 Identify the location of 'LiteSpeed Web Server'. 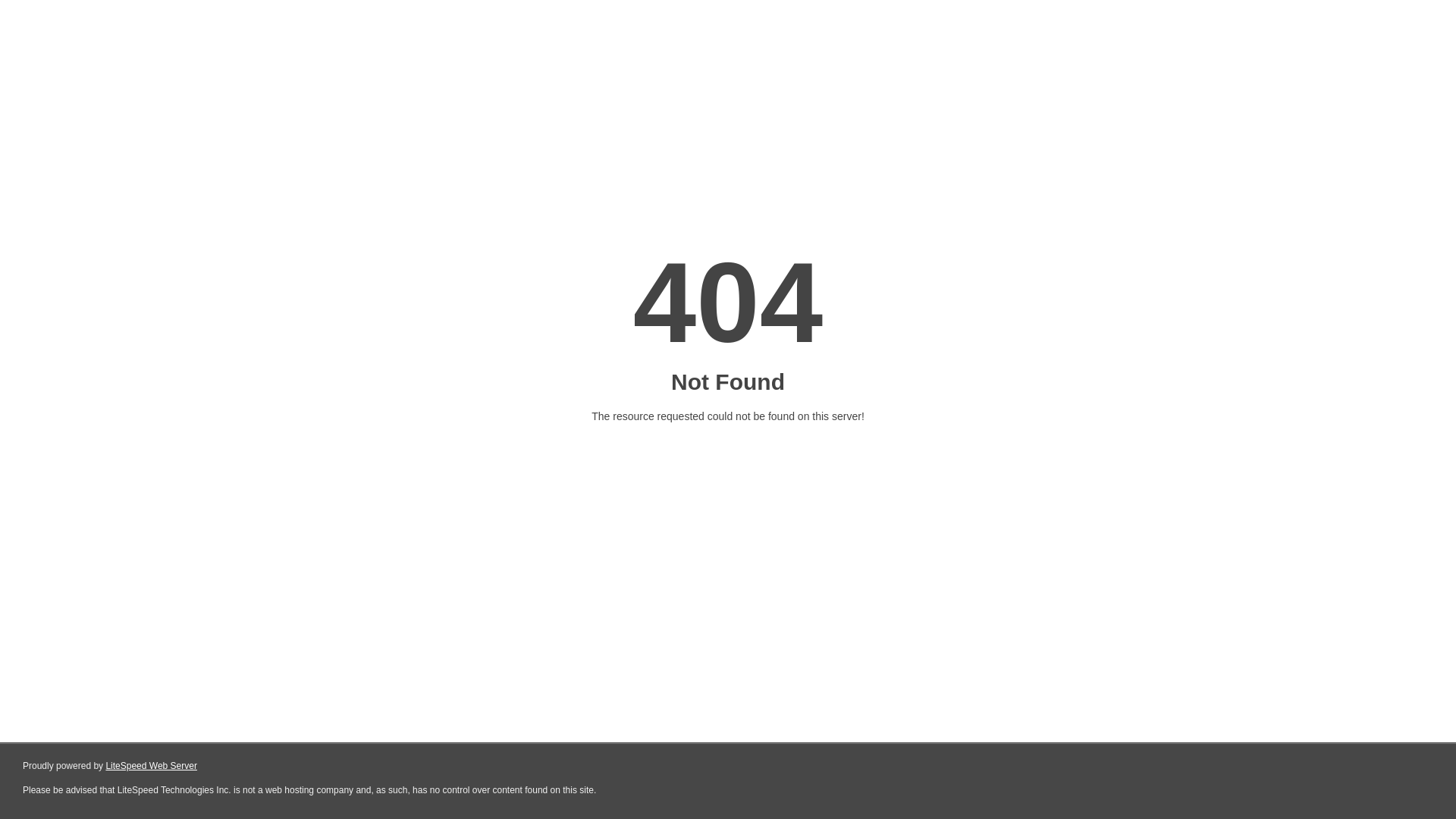
(151, 766).